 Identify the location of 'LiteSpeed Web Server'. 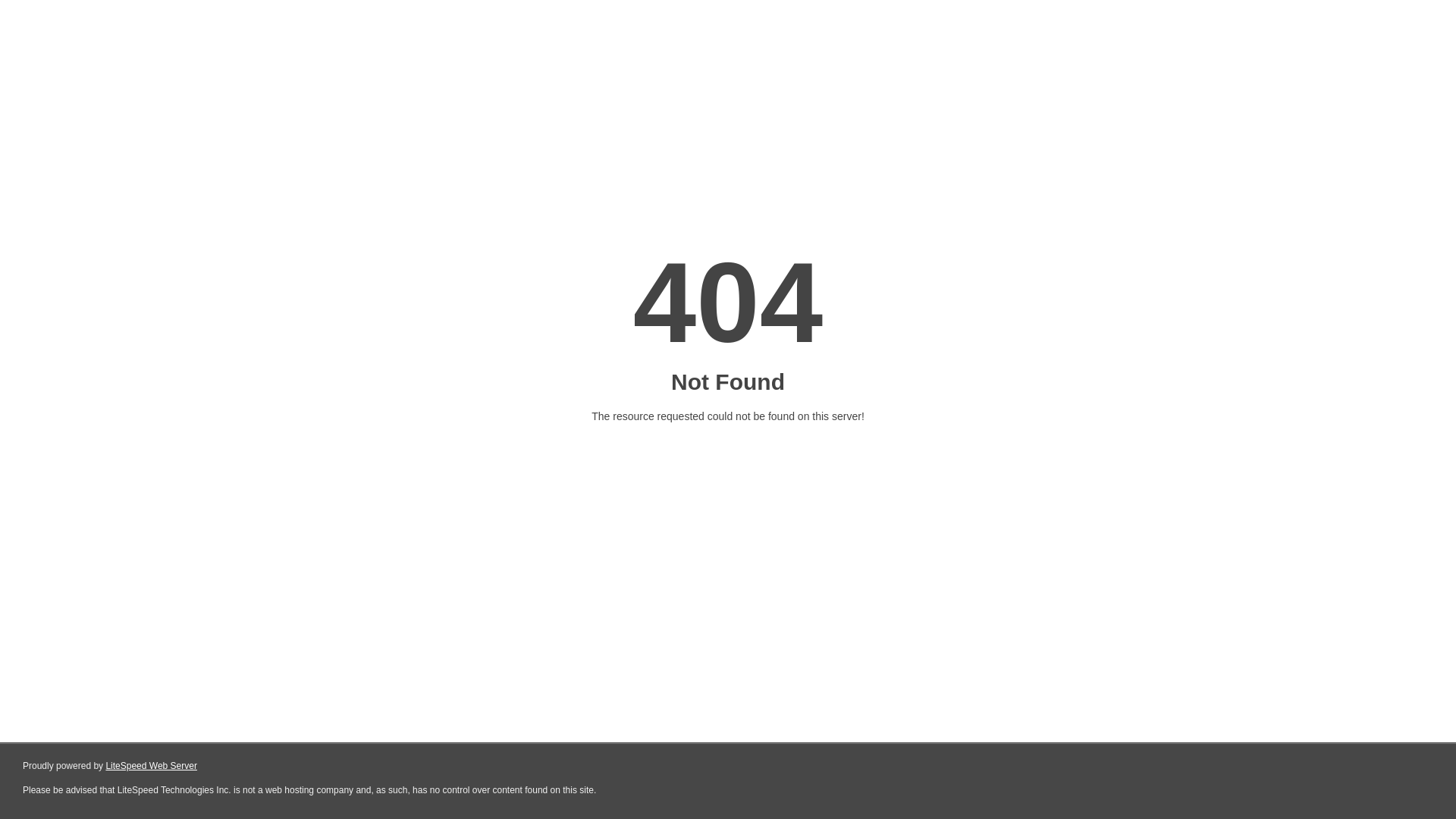
(151, 766).